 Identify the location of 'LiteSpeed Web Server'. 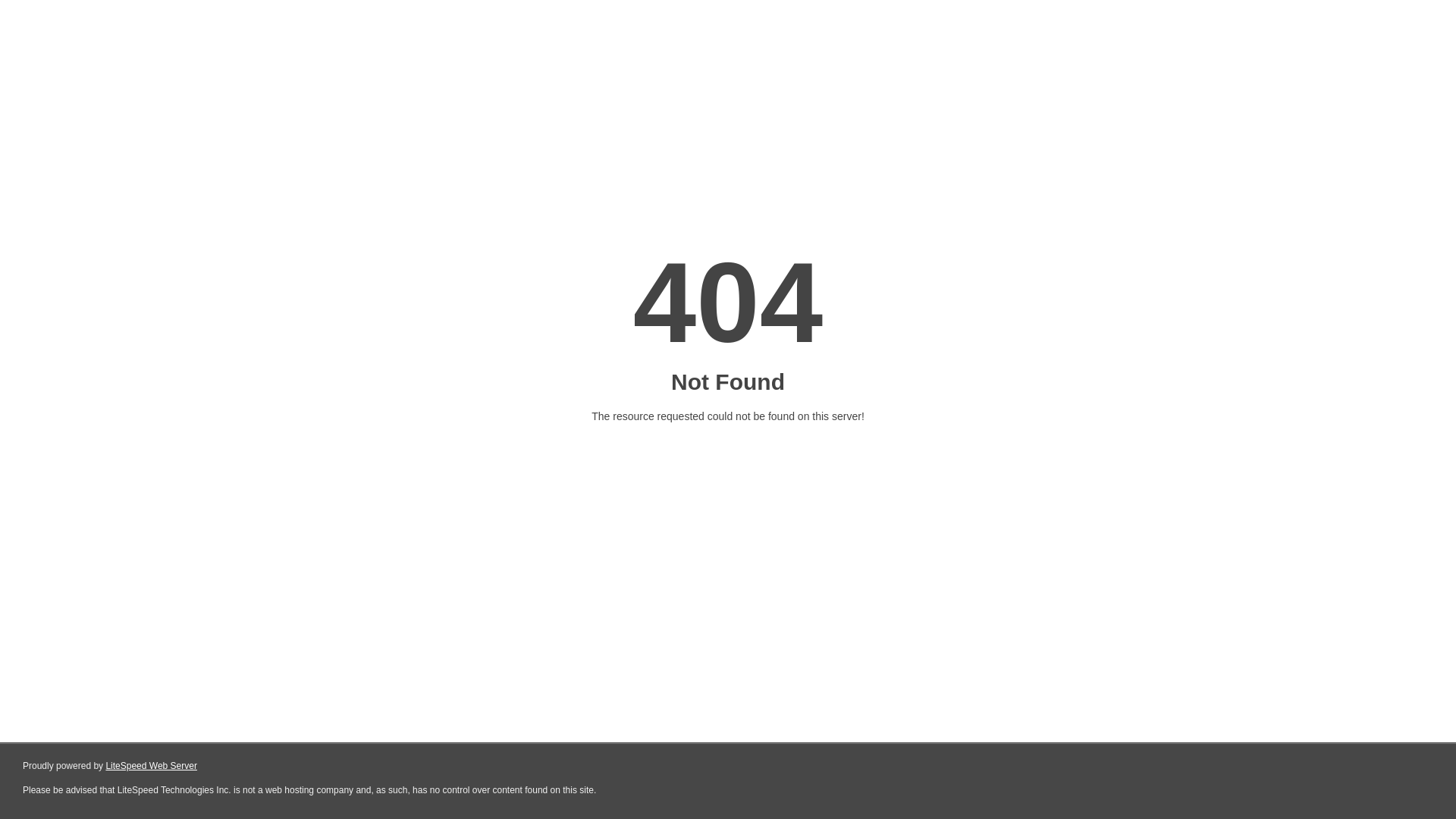
(151, 766).